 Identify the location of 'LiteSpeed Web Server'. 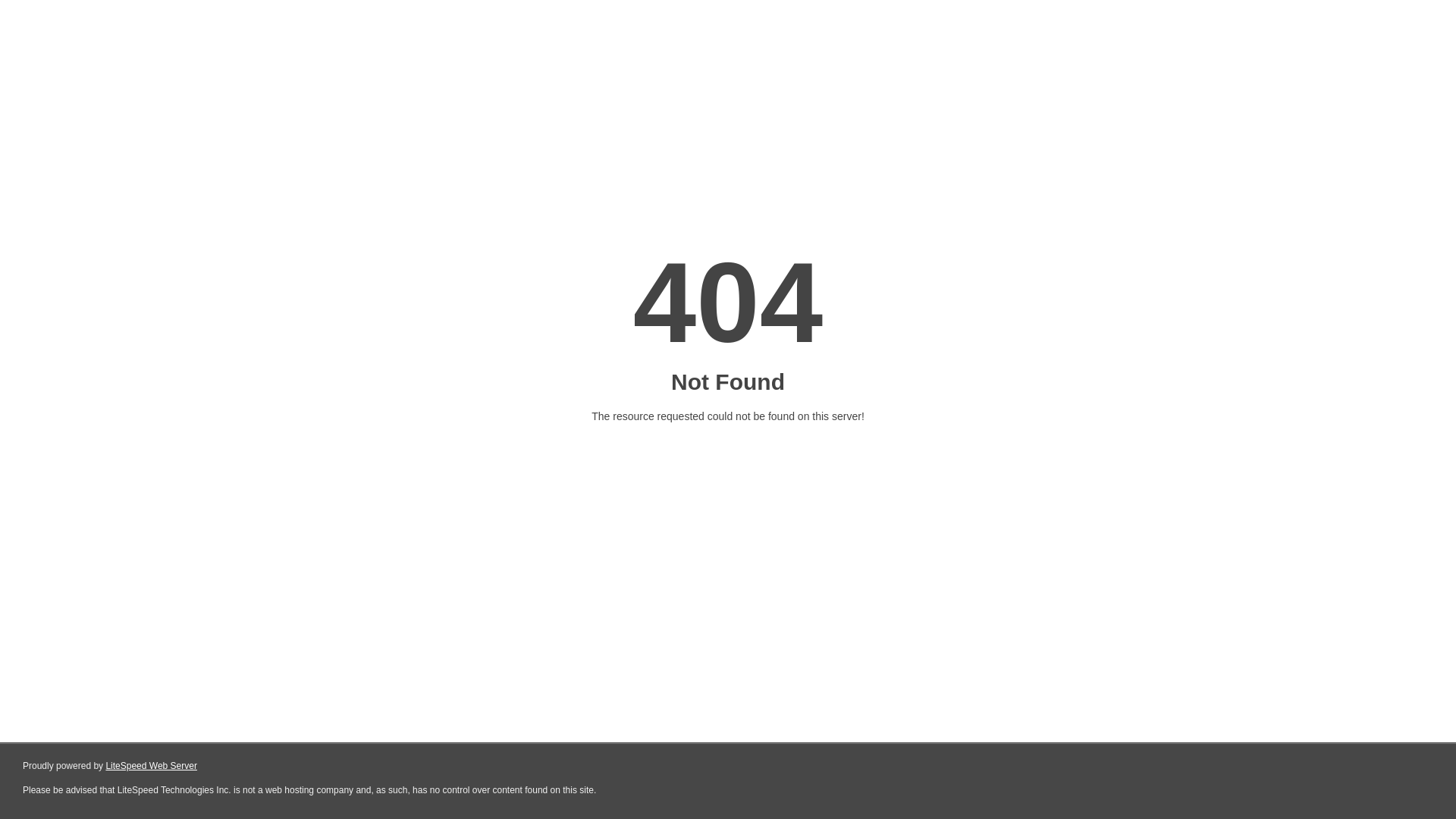
(151, 766).